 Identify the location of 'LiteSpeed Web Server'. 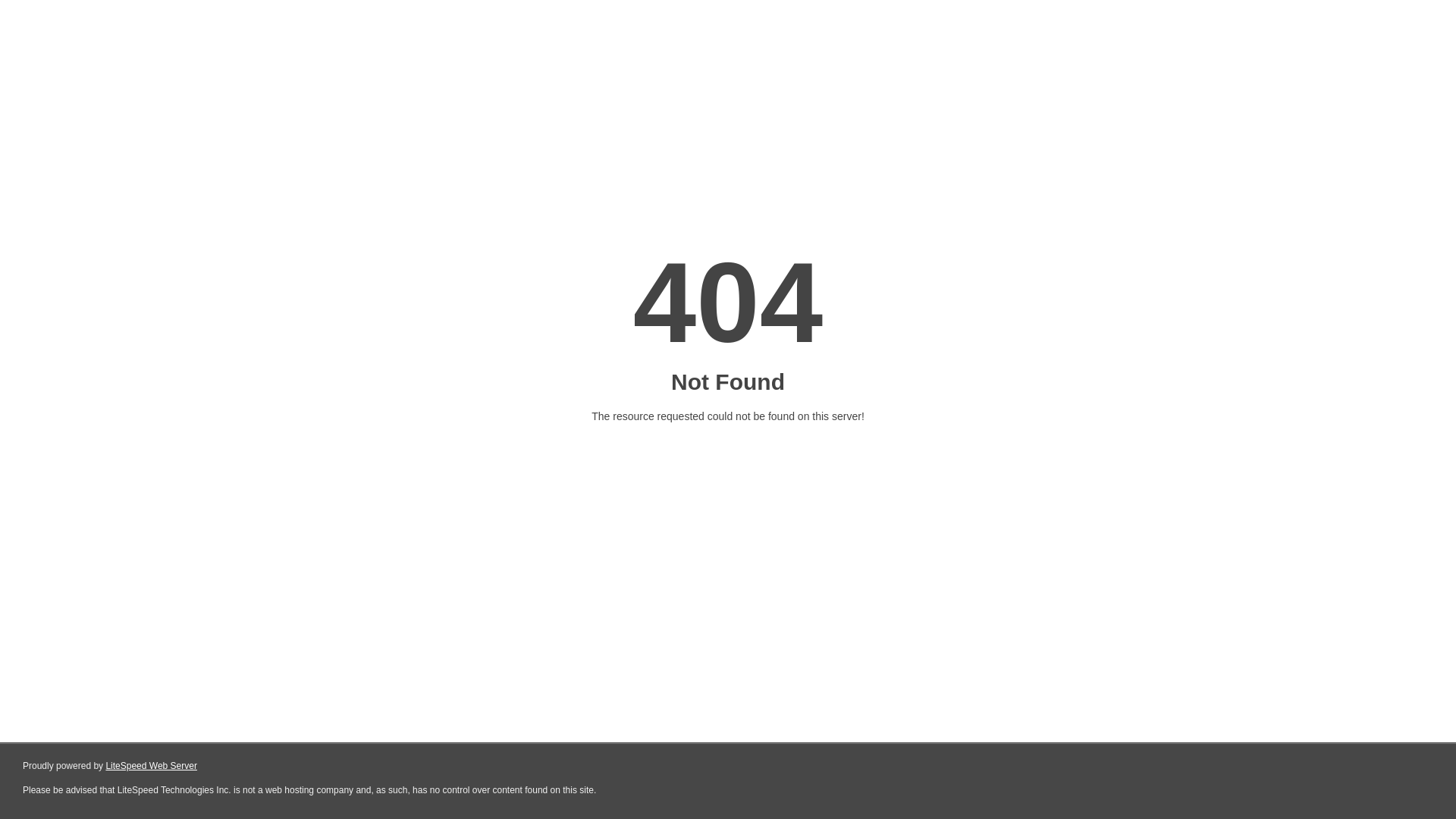
(151, 766).